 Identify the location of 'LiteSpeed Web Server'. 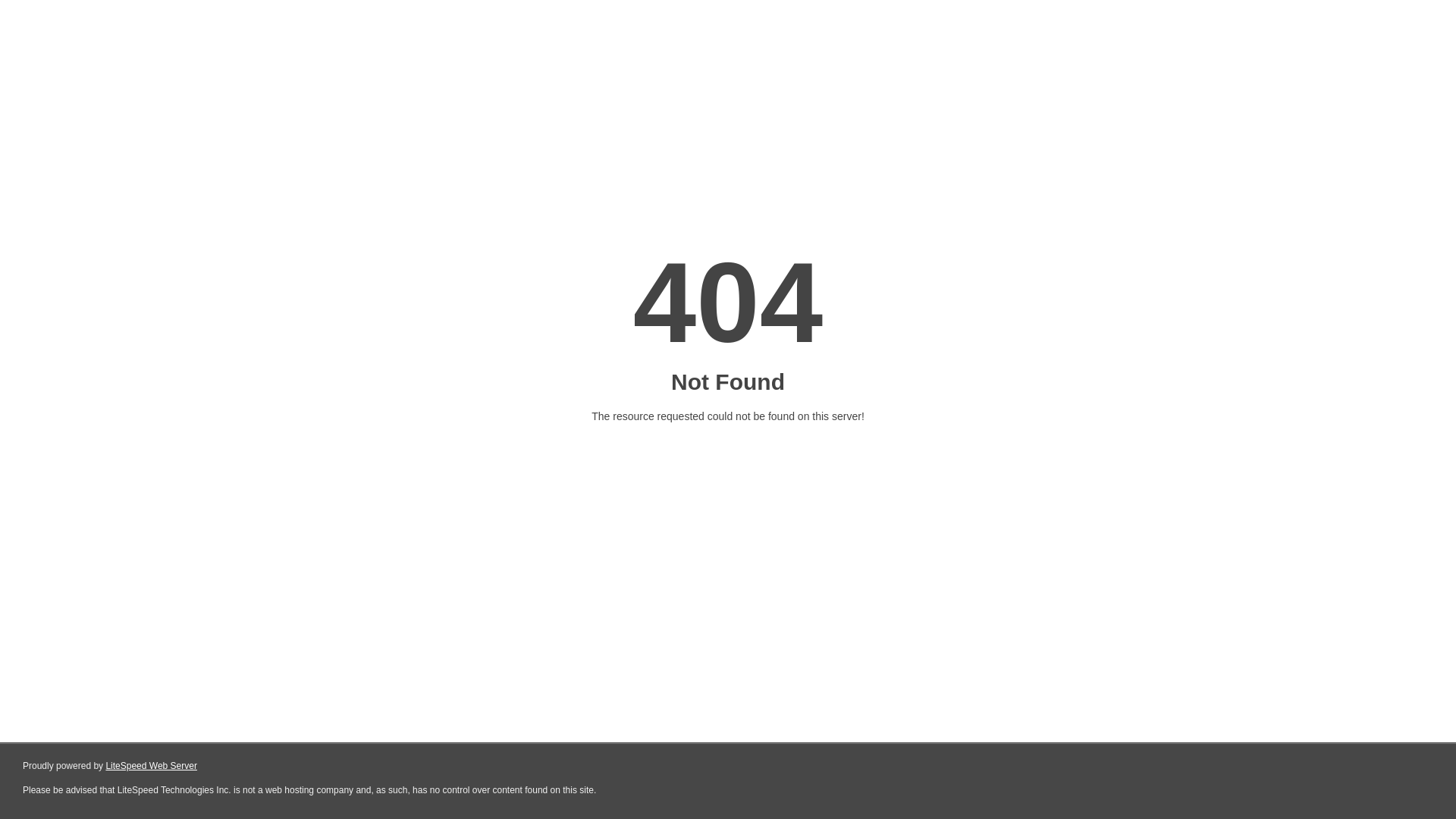
(151, 766).